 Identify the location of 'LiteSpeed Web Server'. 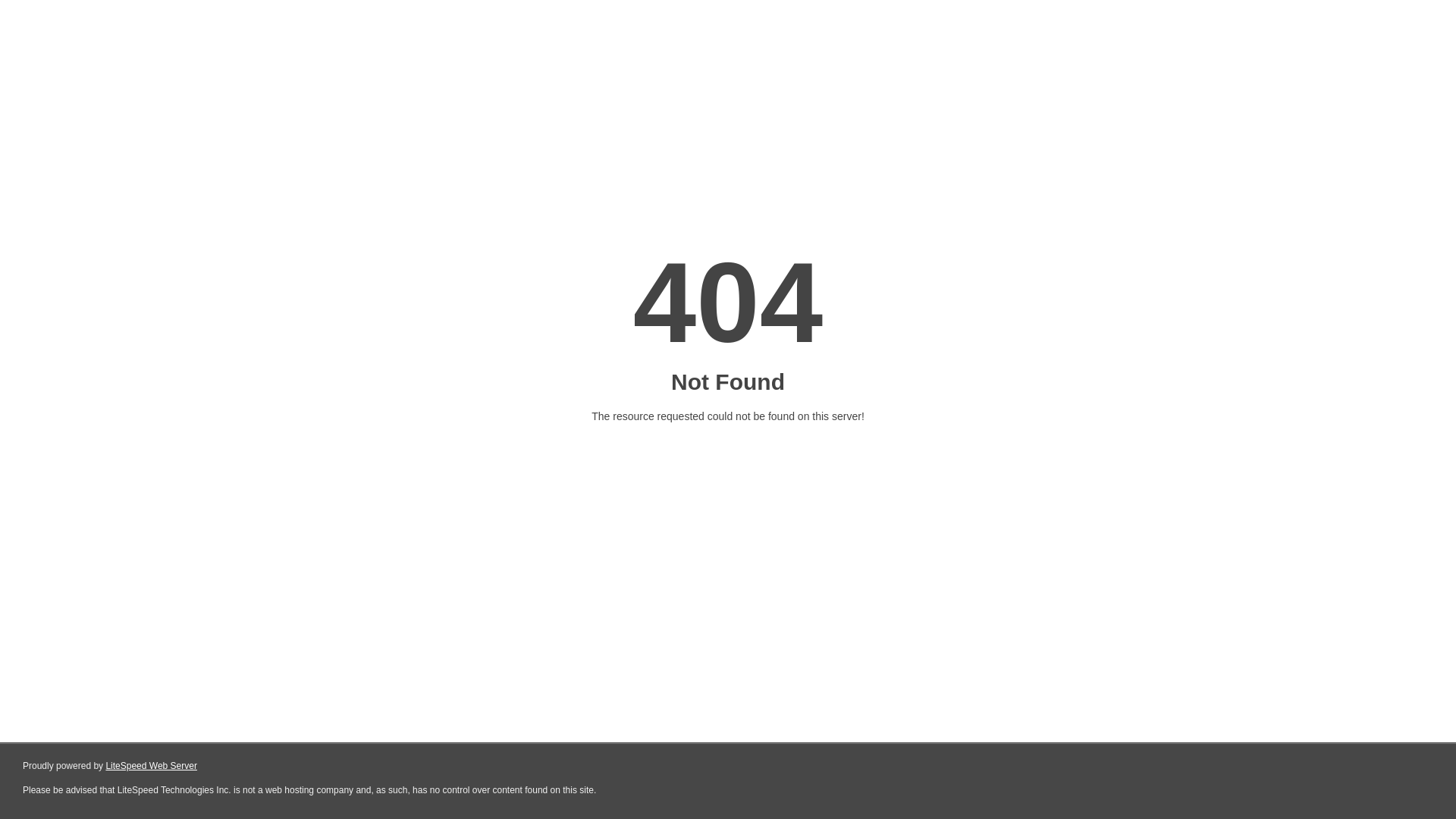
(151, 766).